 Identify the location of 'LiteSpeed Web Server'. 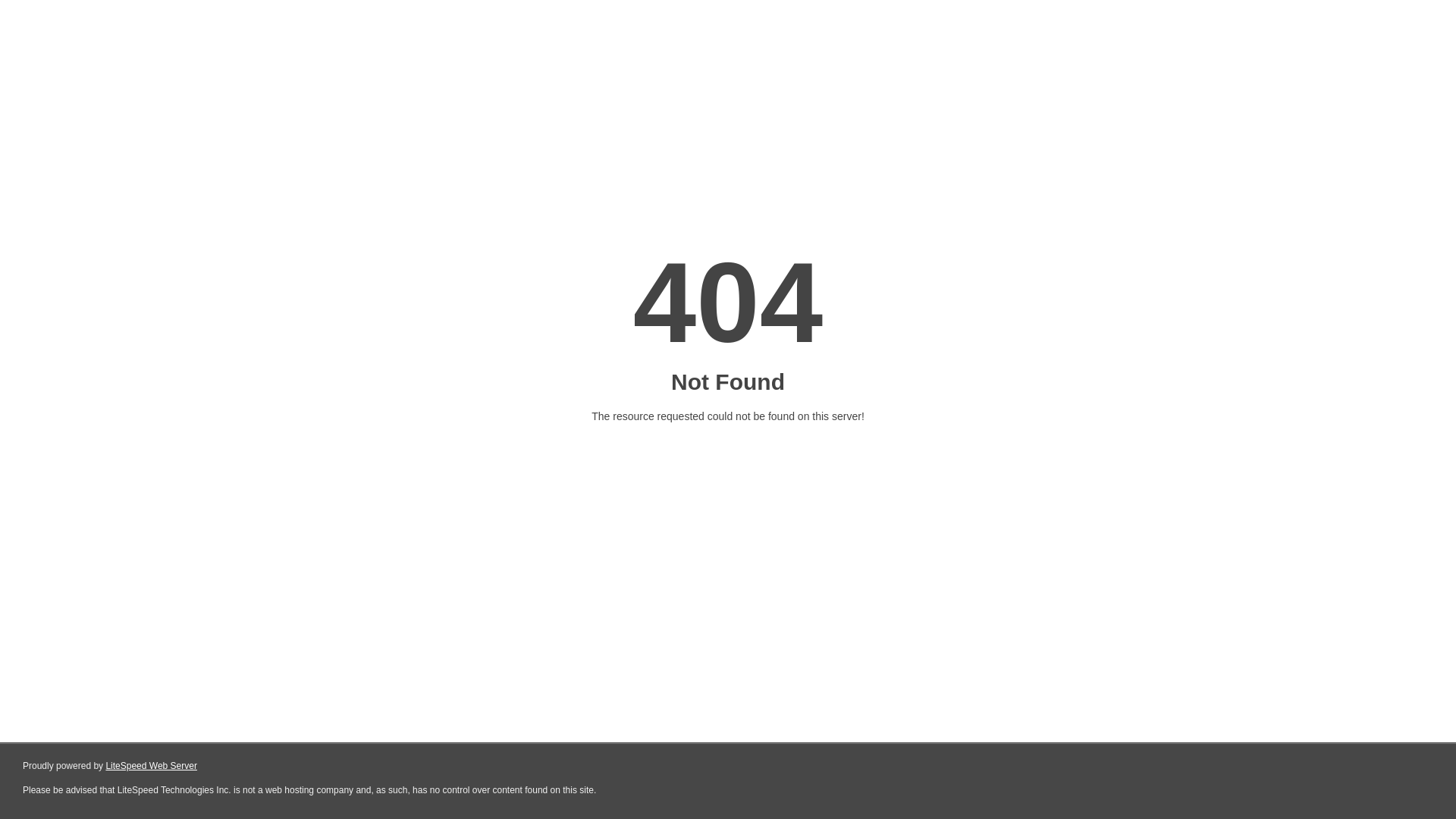
(151, 766).